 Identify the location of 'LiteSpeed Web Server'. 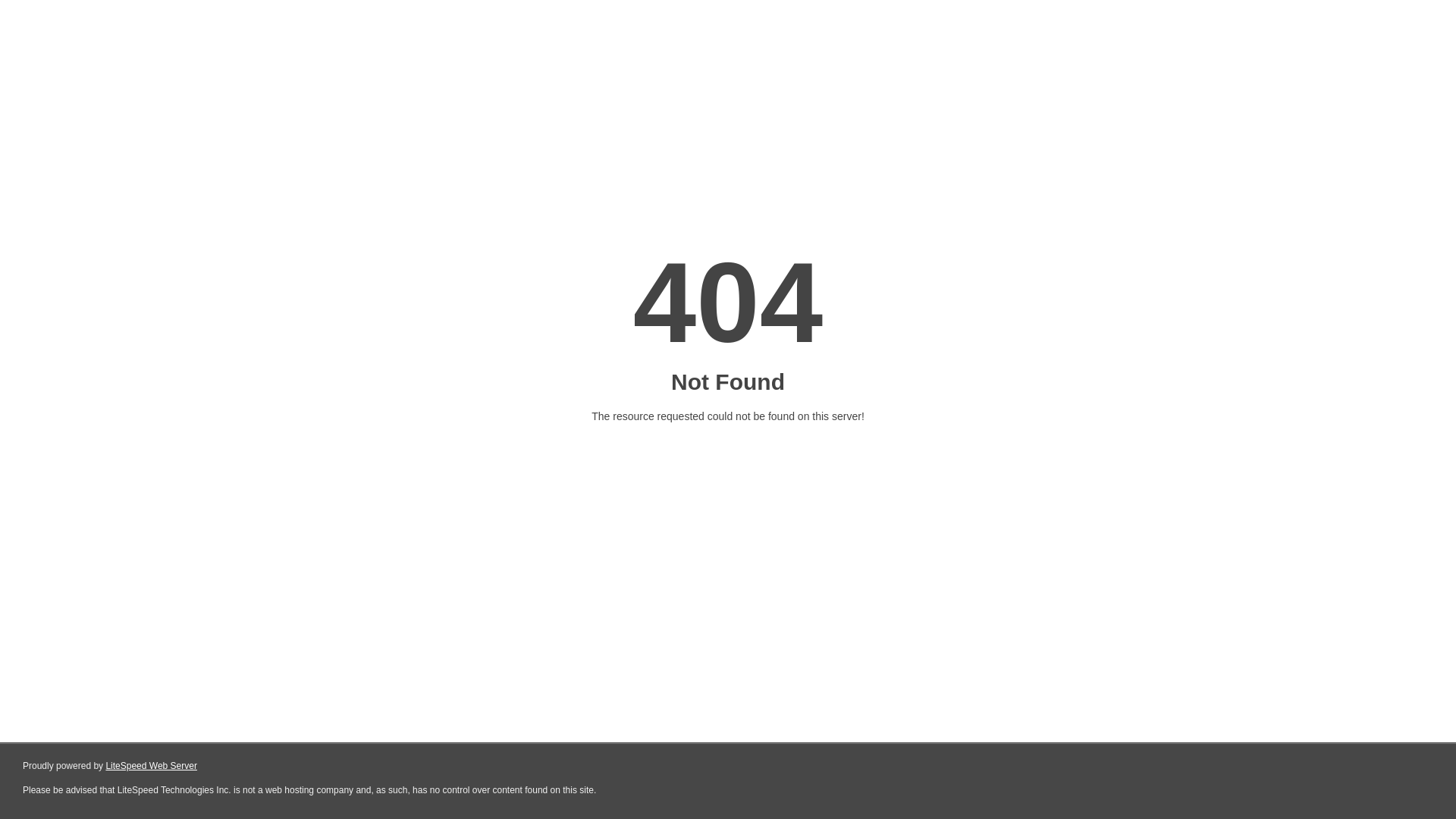
(151, 766).